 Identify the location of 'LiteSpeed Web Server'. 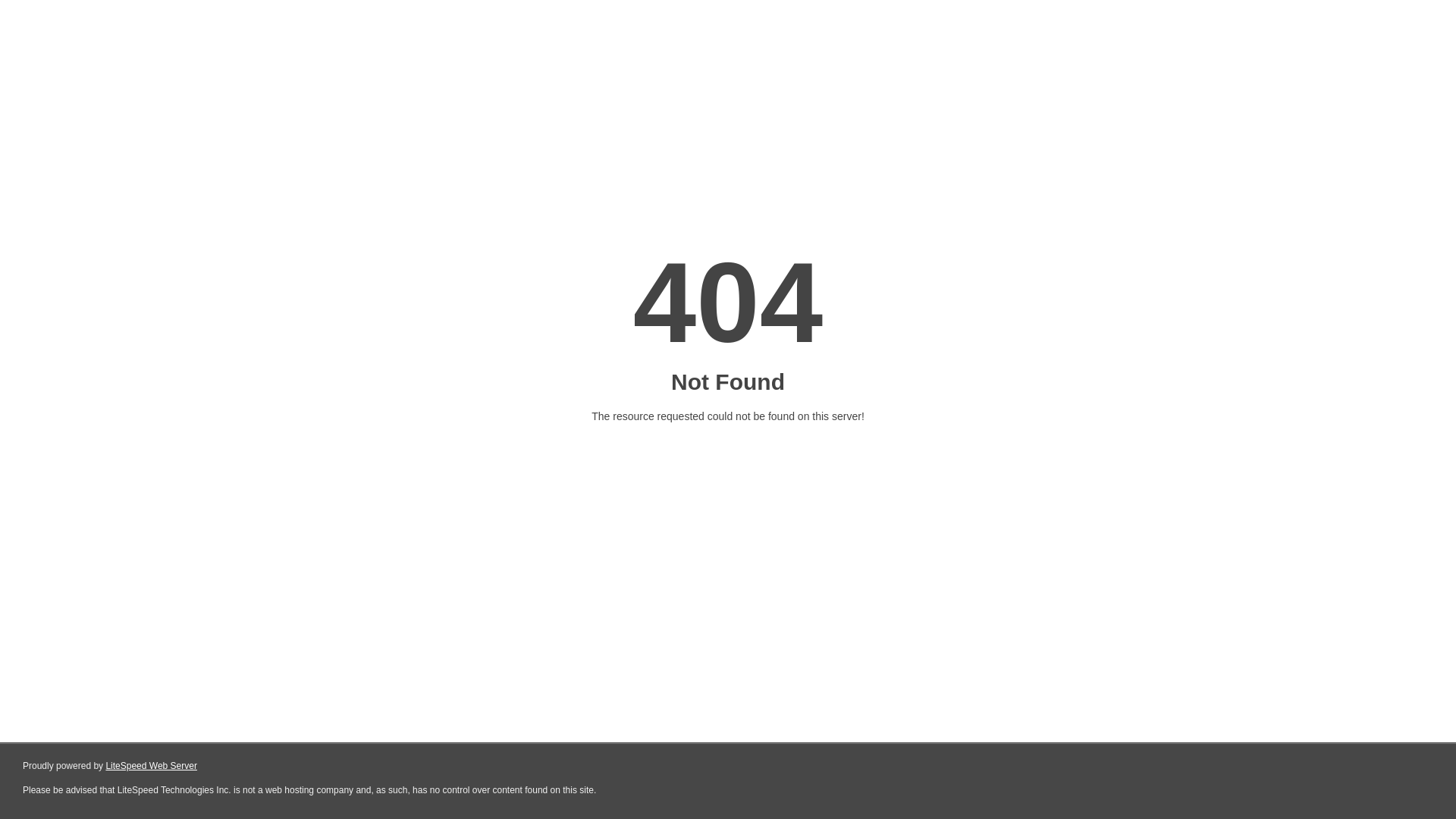
(151, 766).